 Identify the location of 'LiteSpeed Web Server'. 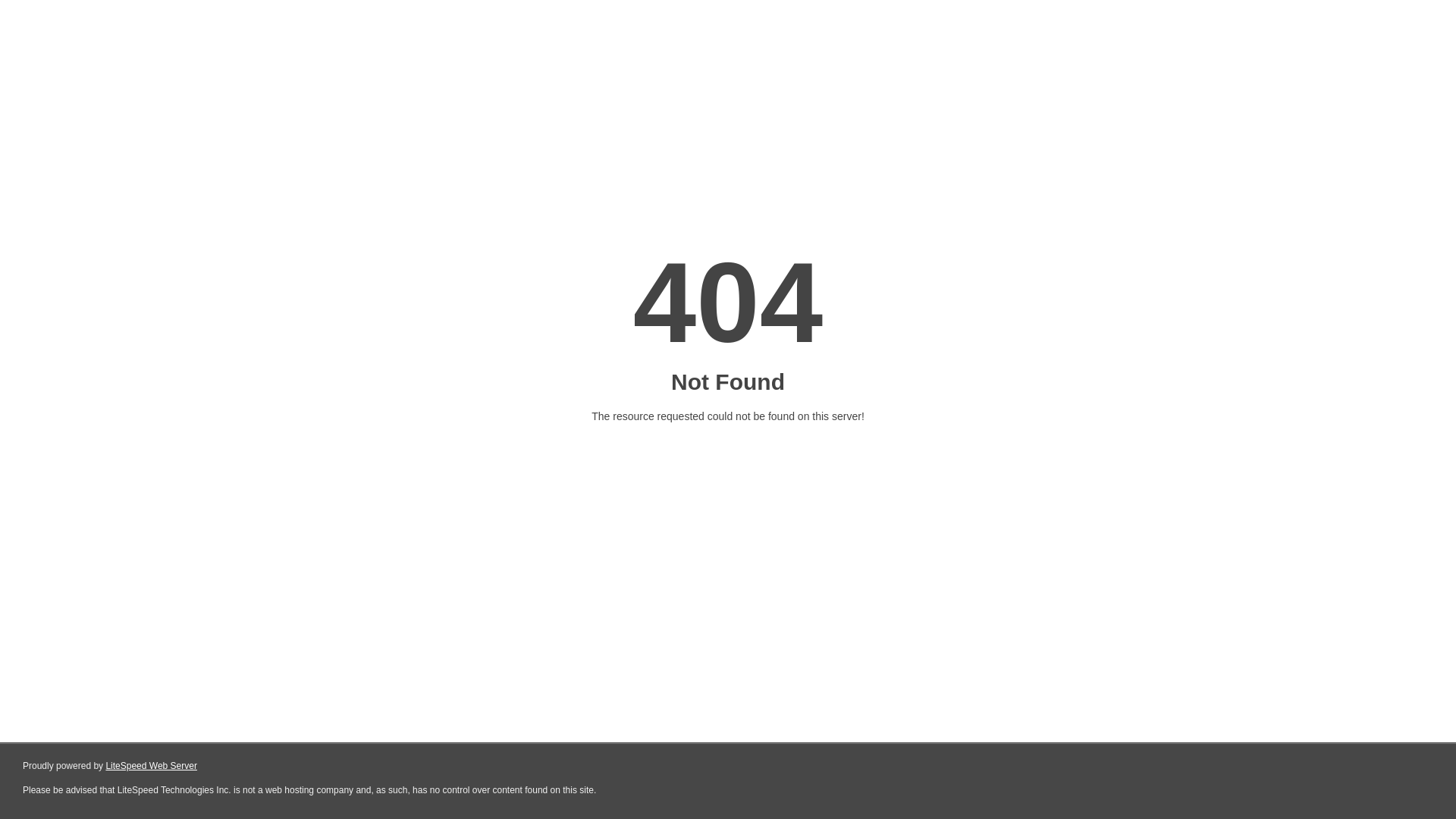
(151, 766).